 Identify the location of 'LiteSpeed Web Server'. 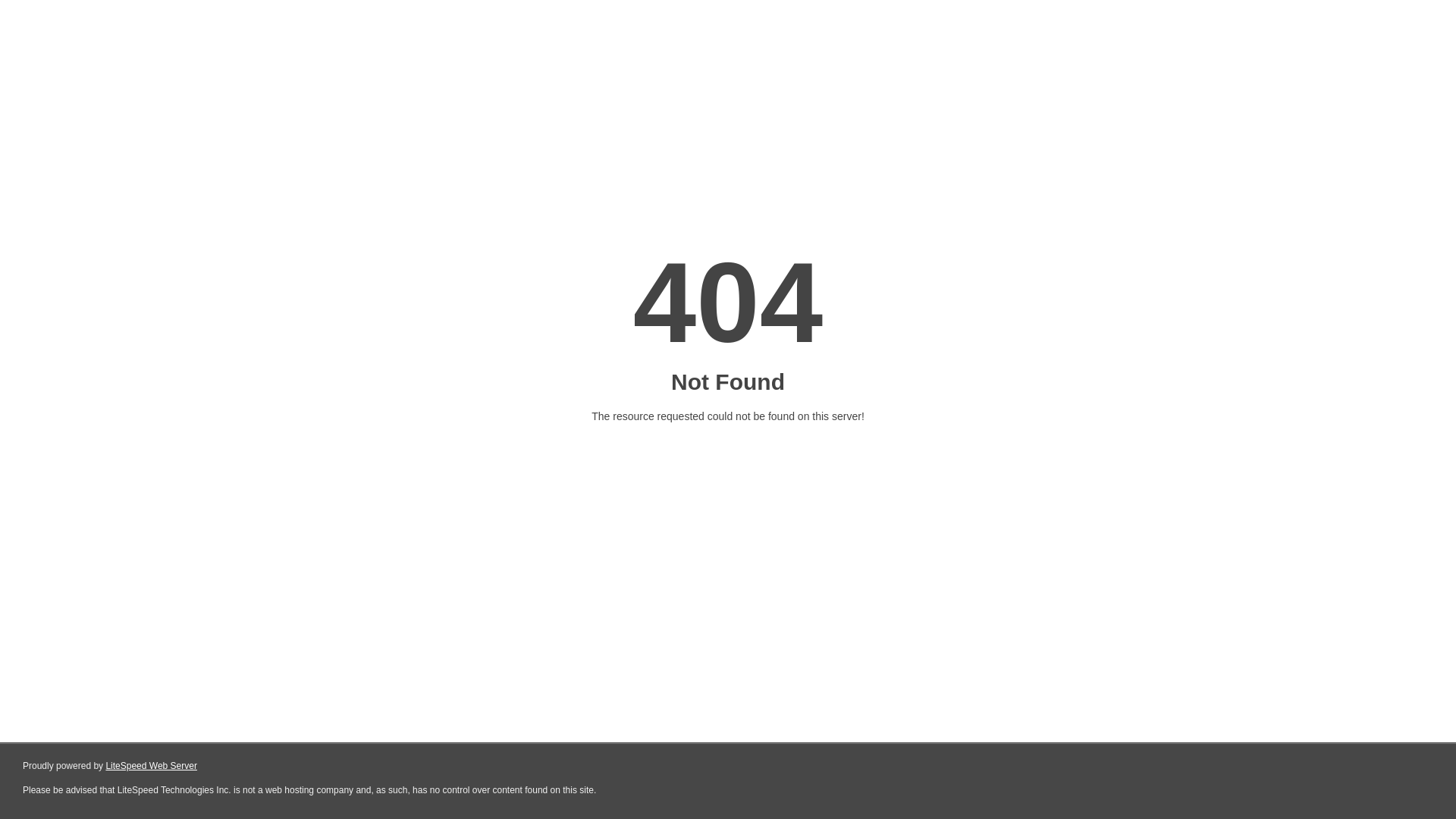
(151, 766).